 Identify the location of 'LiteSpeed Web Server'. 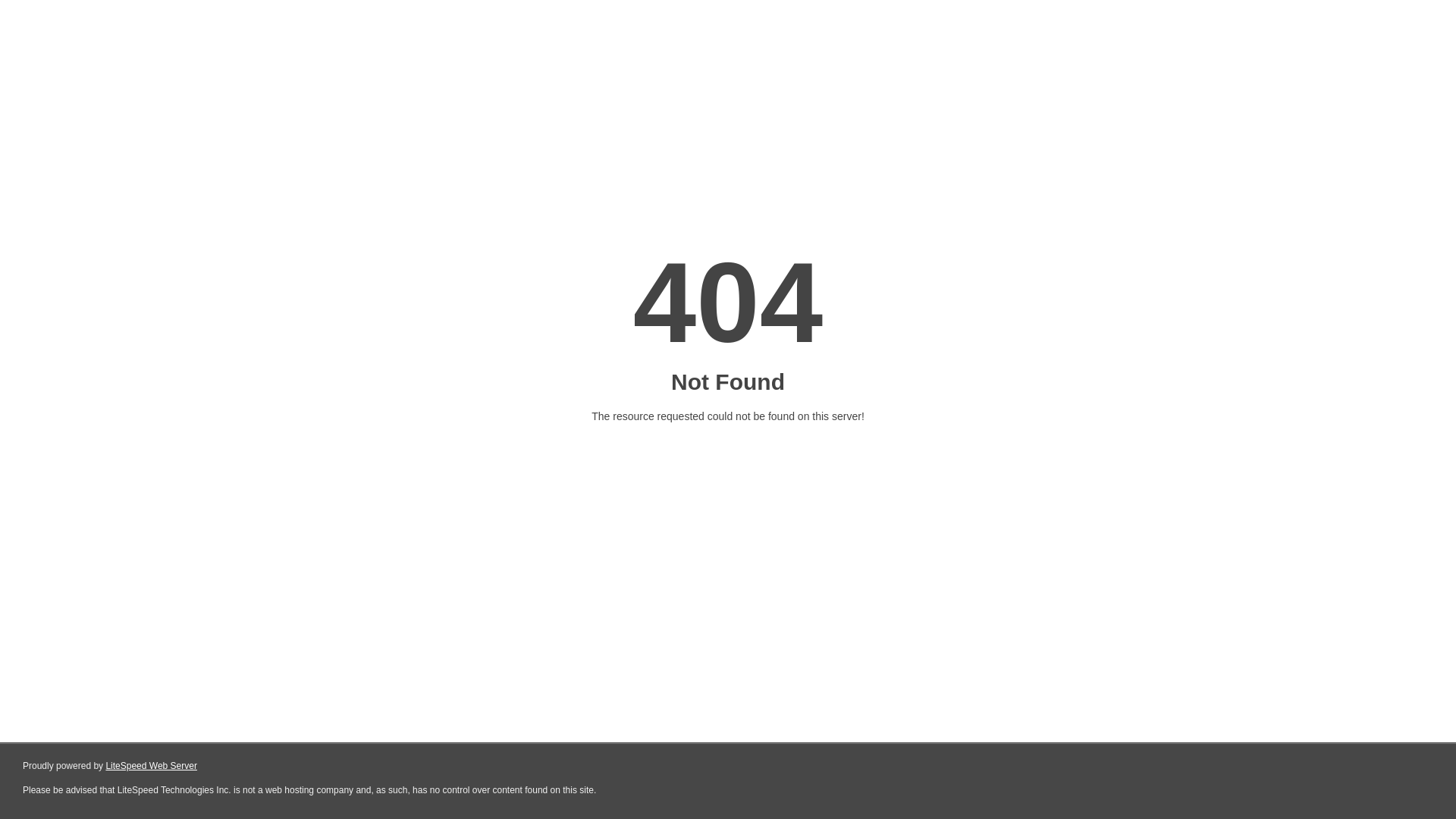
(151, 766).